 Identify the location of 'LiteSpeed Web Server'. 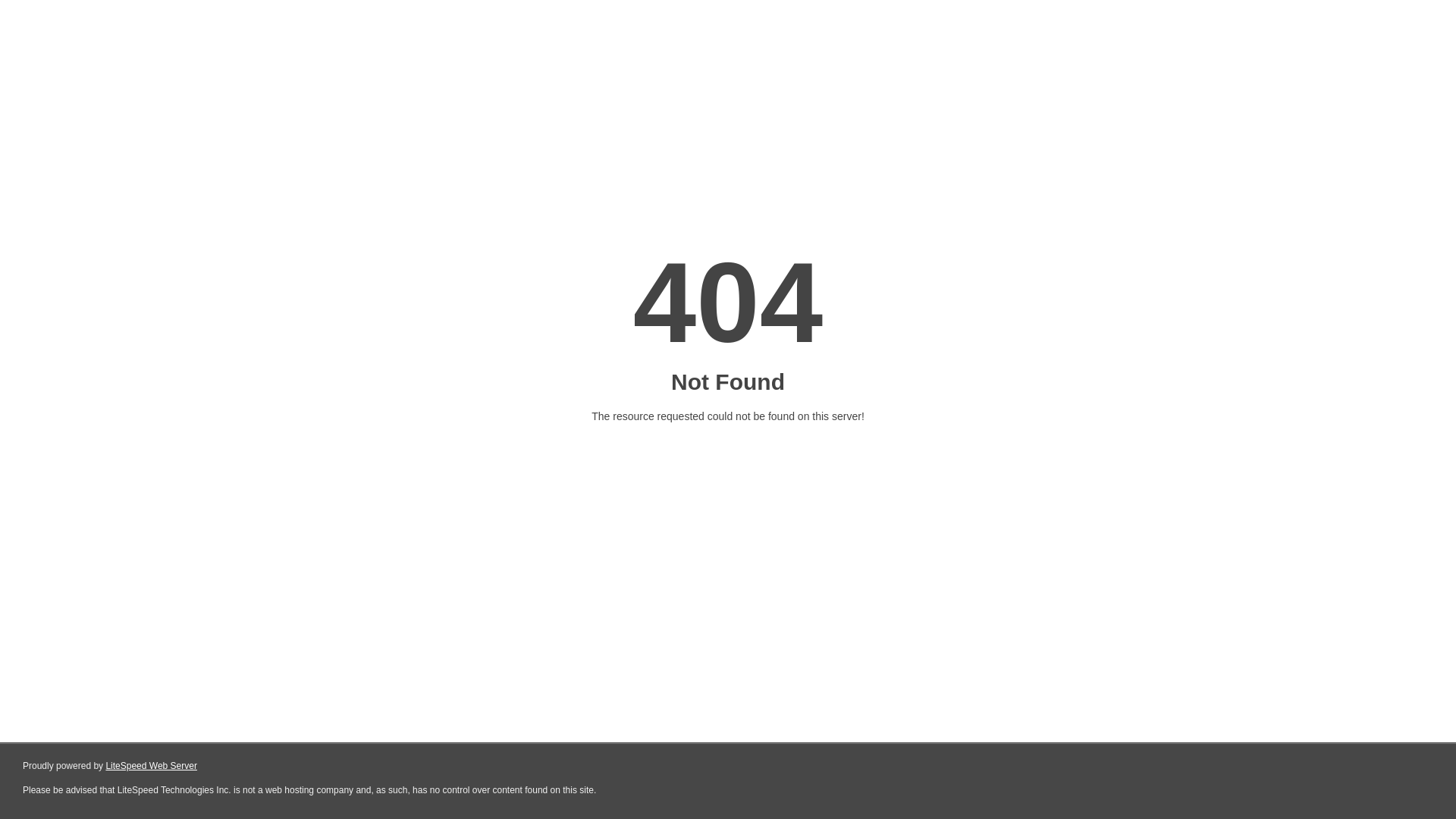
(151, 766).